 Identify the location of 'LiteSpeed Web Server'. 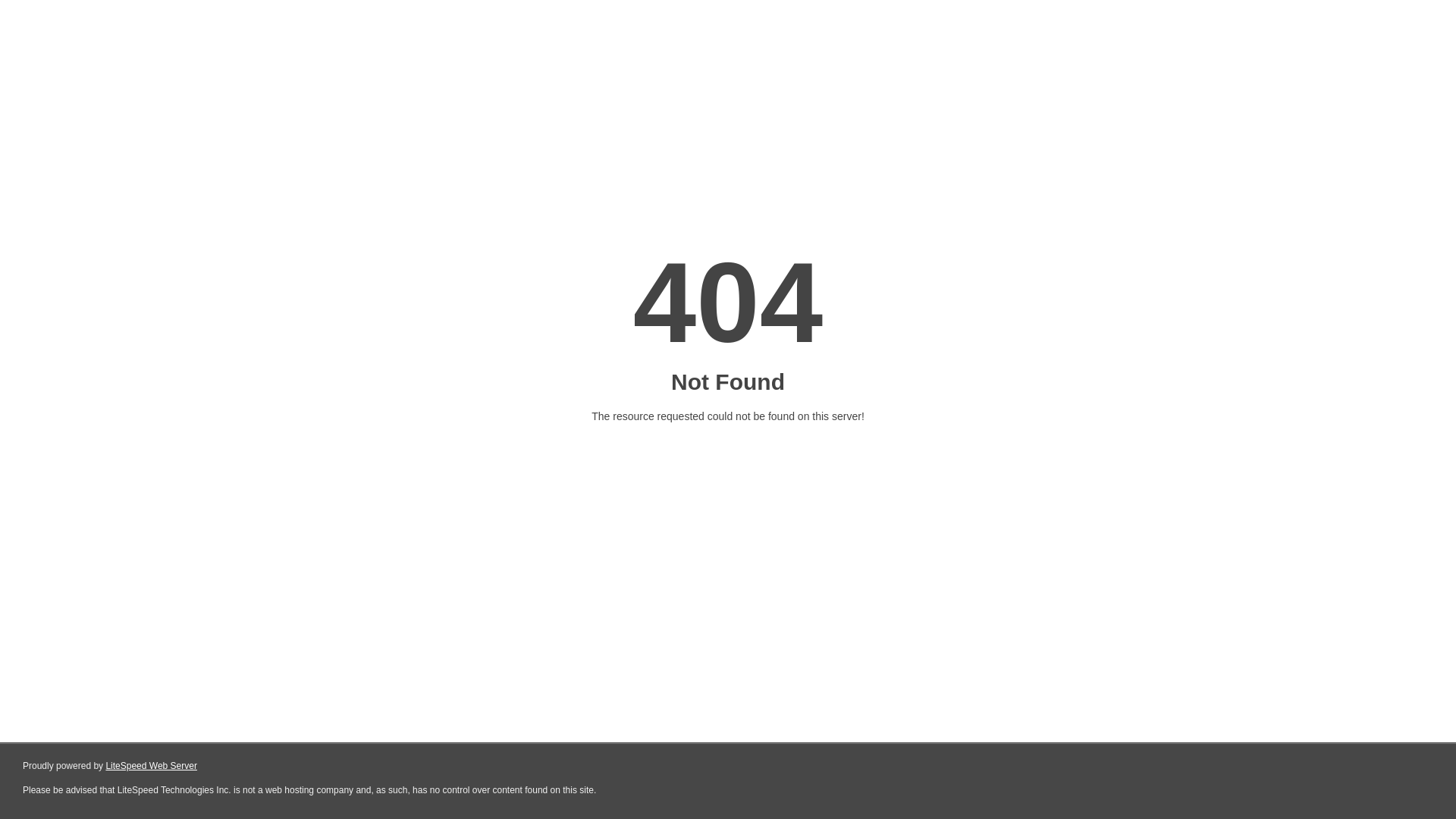
(151, 766).